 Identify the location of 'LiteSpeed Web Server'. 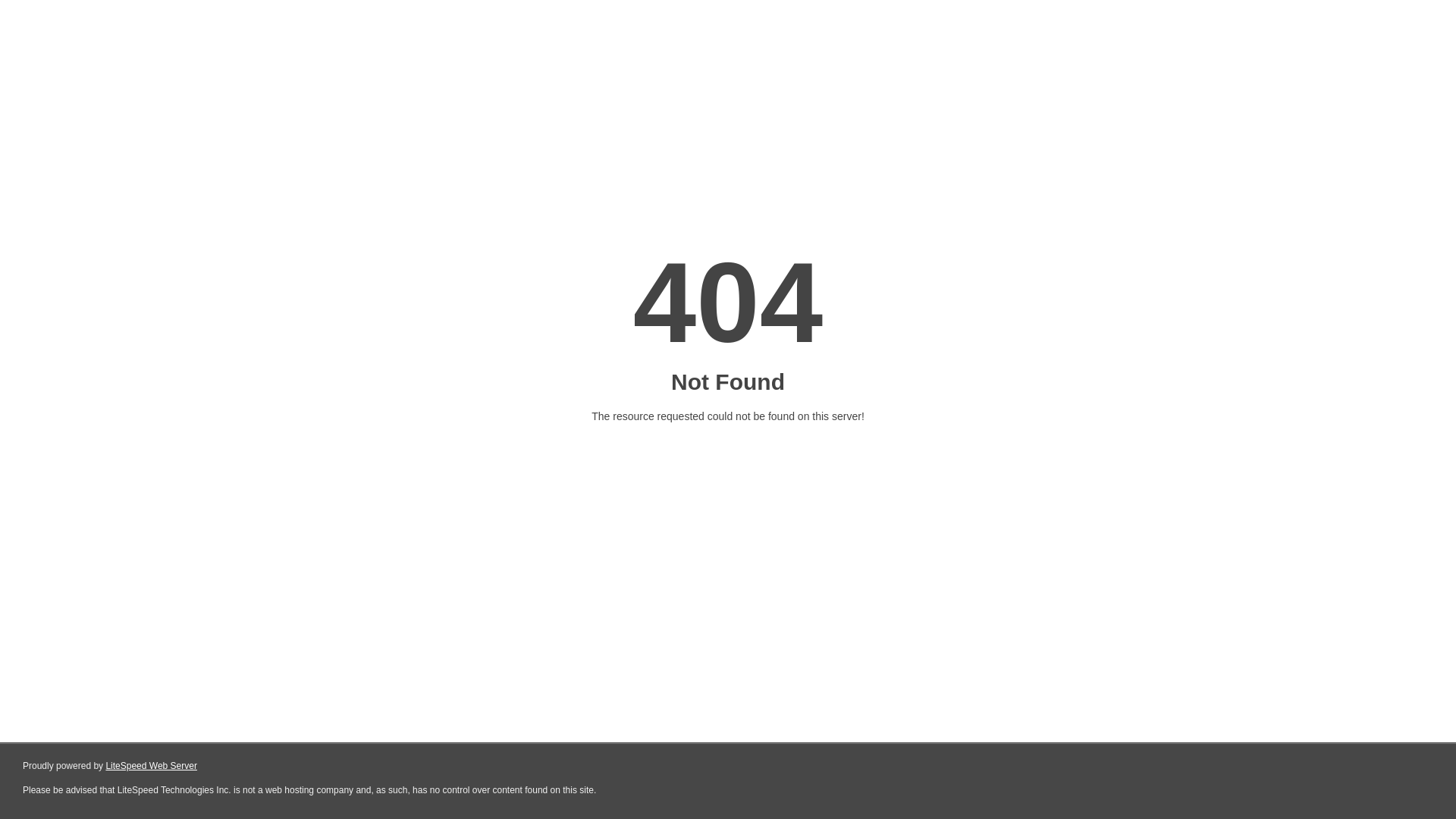
(151, 766).